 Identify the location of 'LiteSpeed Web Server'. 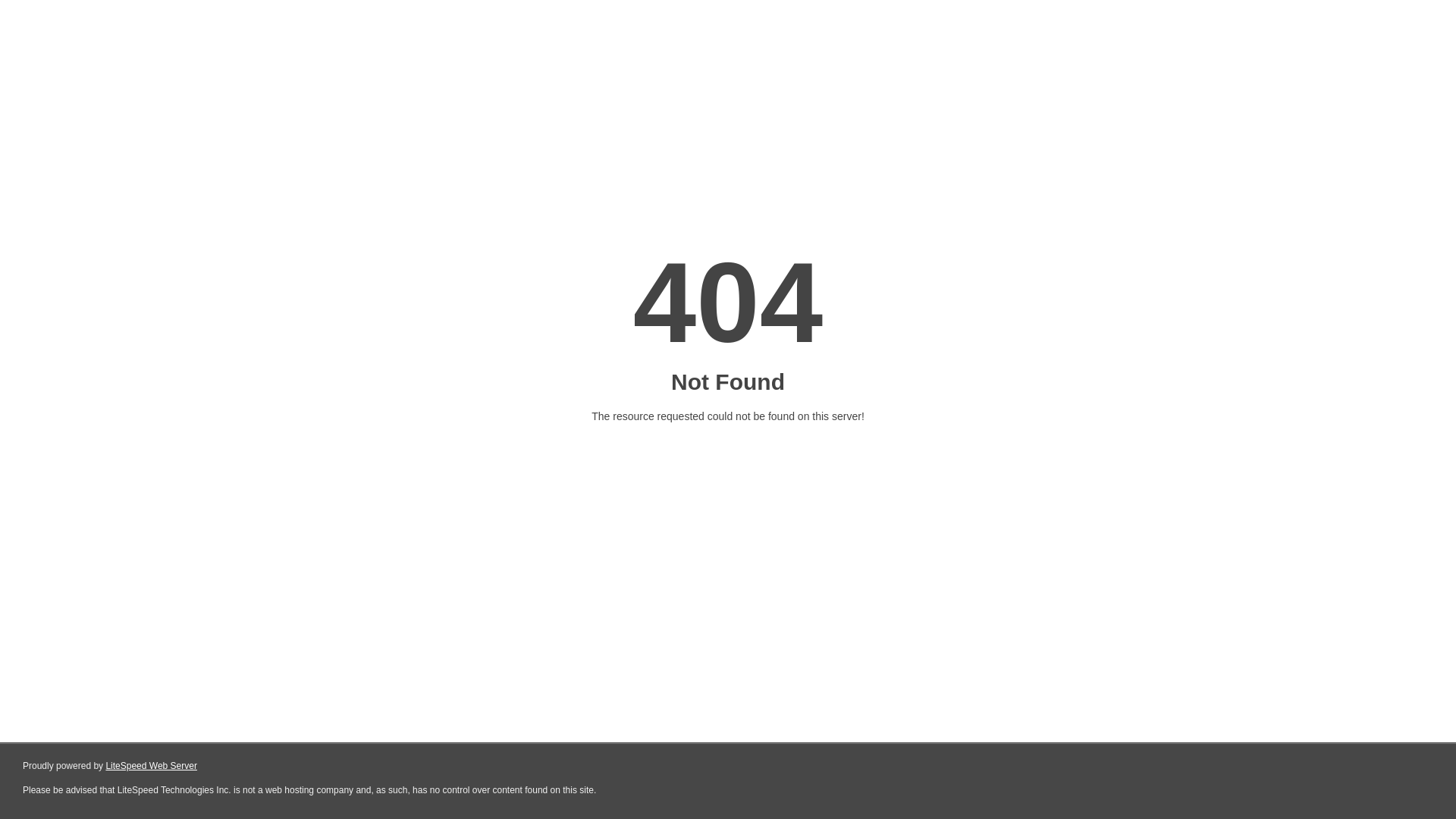
(151, 766).